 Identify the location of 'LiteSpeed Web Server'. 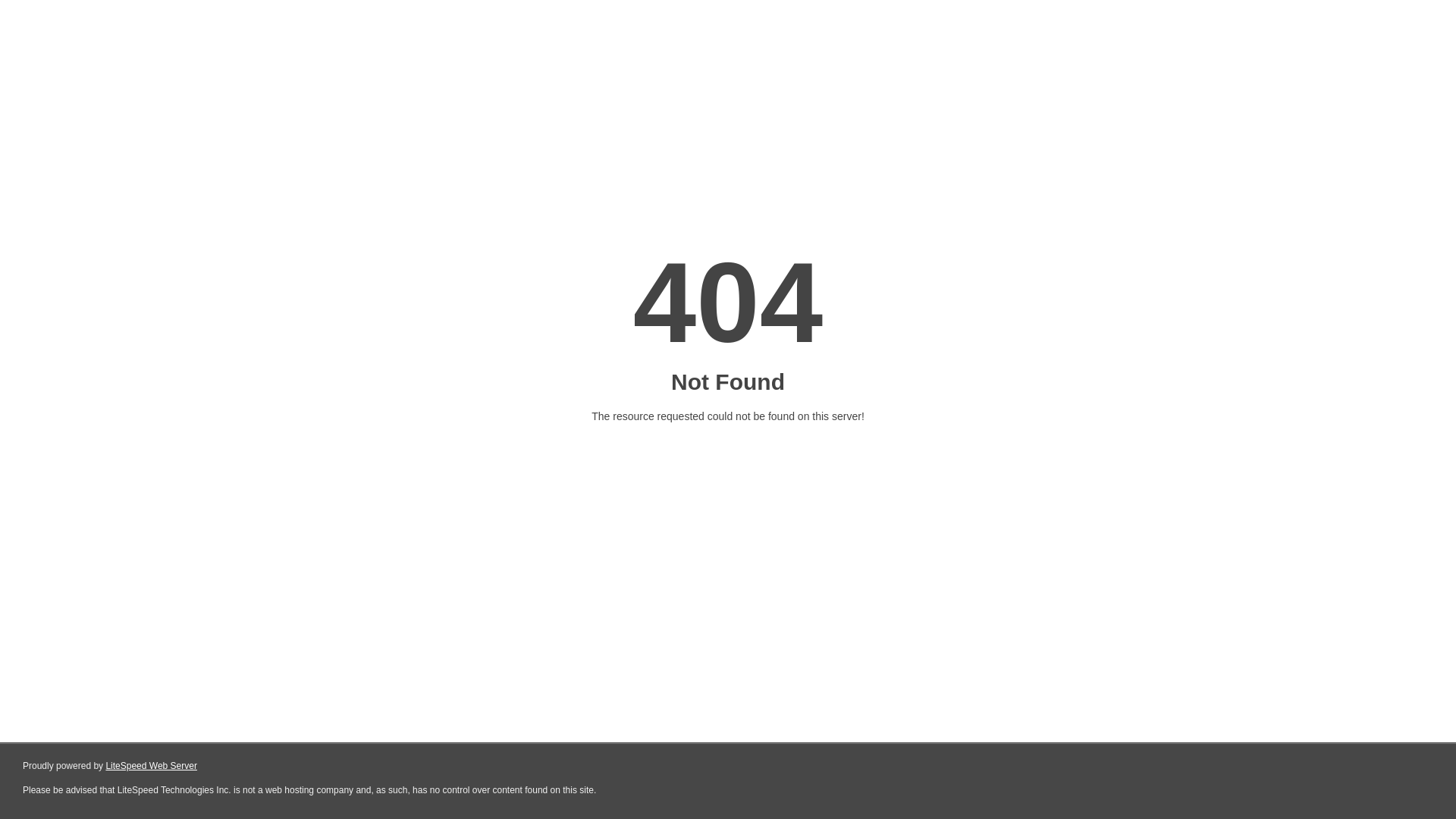
(151, 766).